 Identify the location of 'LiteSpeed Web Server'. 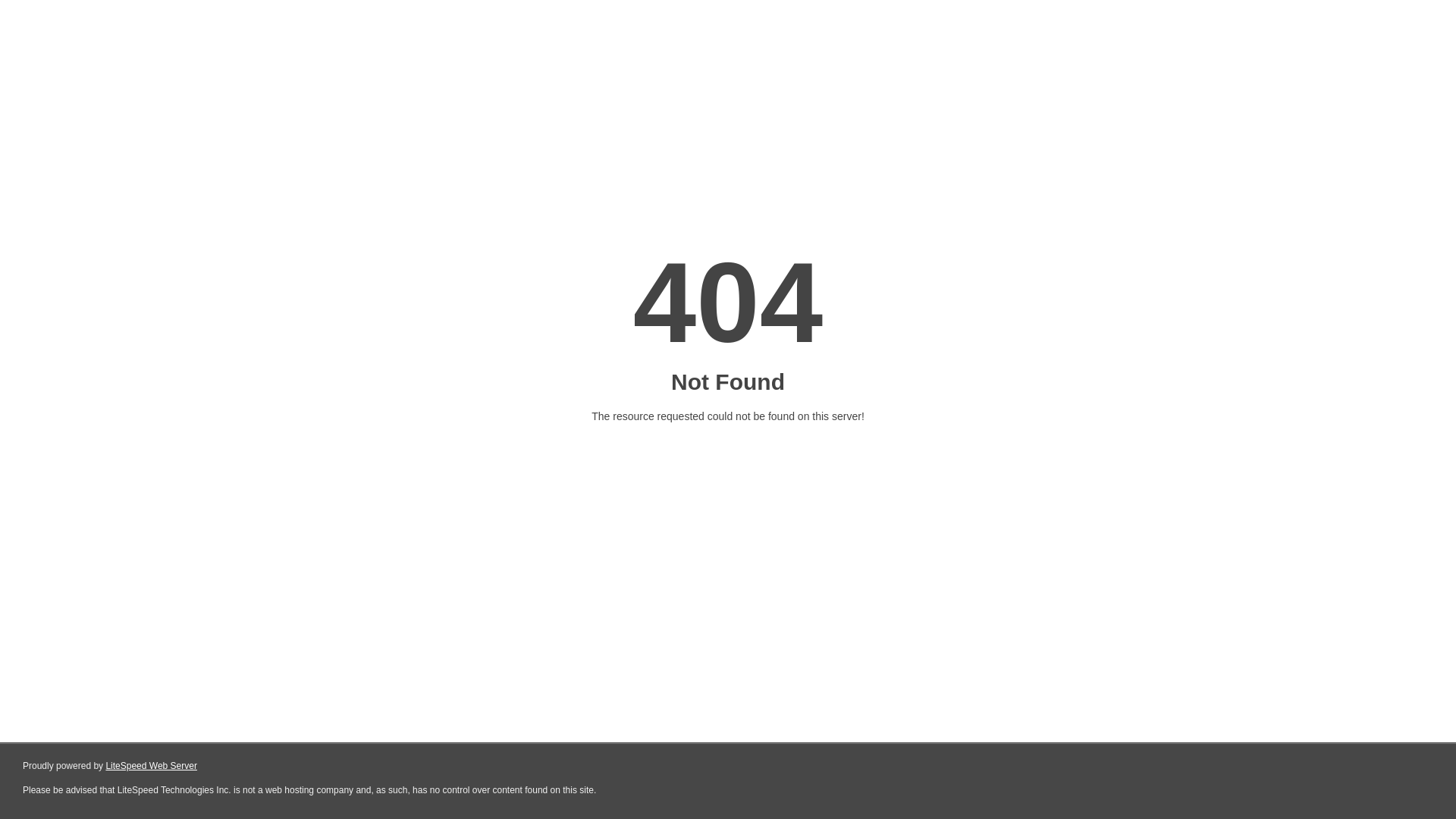
(151, 766).